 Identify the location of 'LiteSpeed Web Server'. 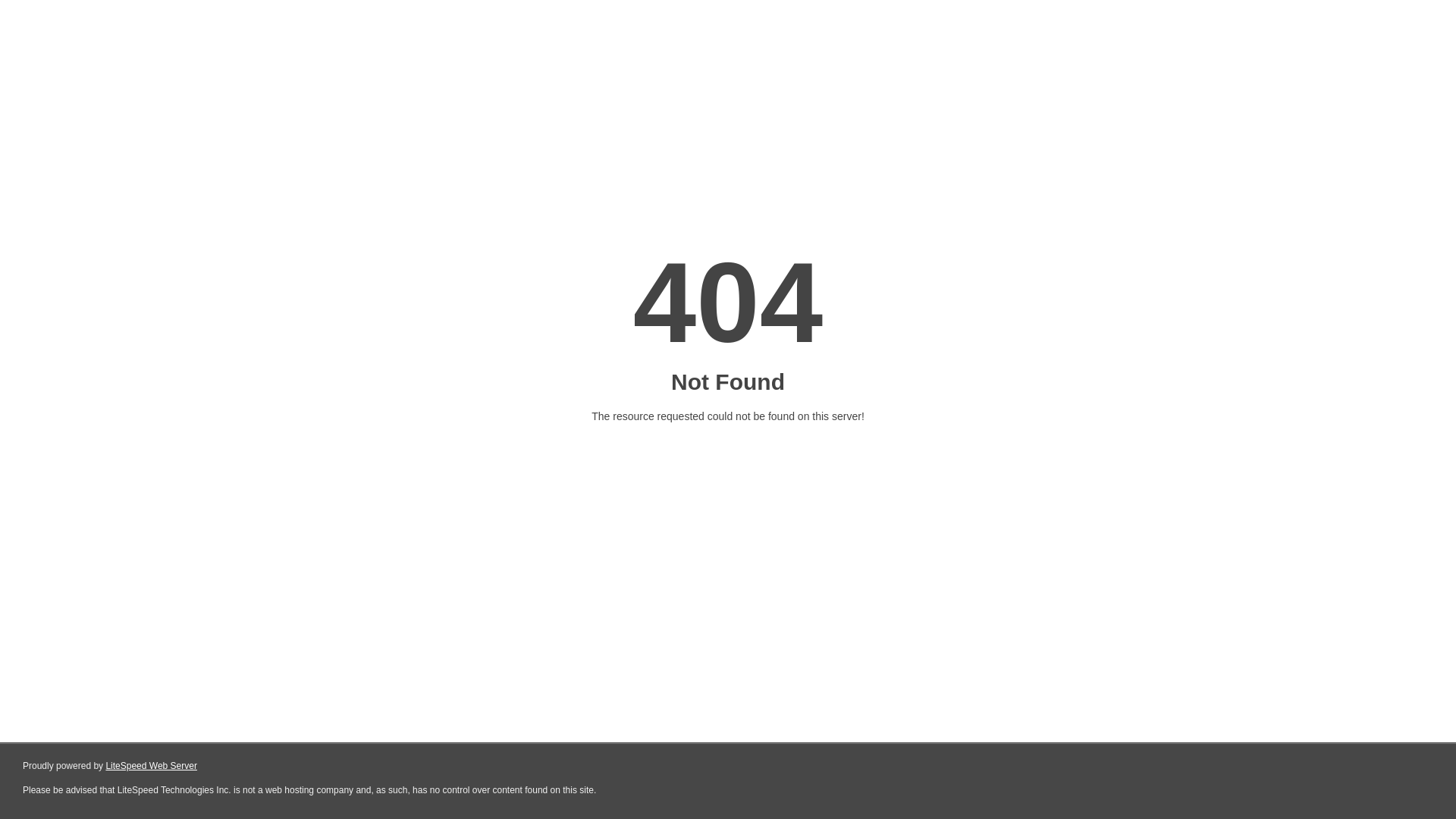
(151, 766).